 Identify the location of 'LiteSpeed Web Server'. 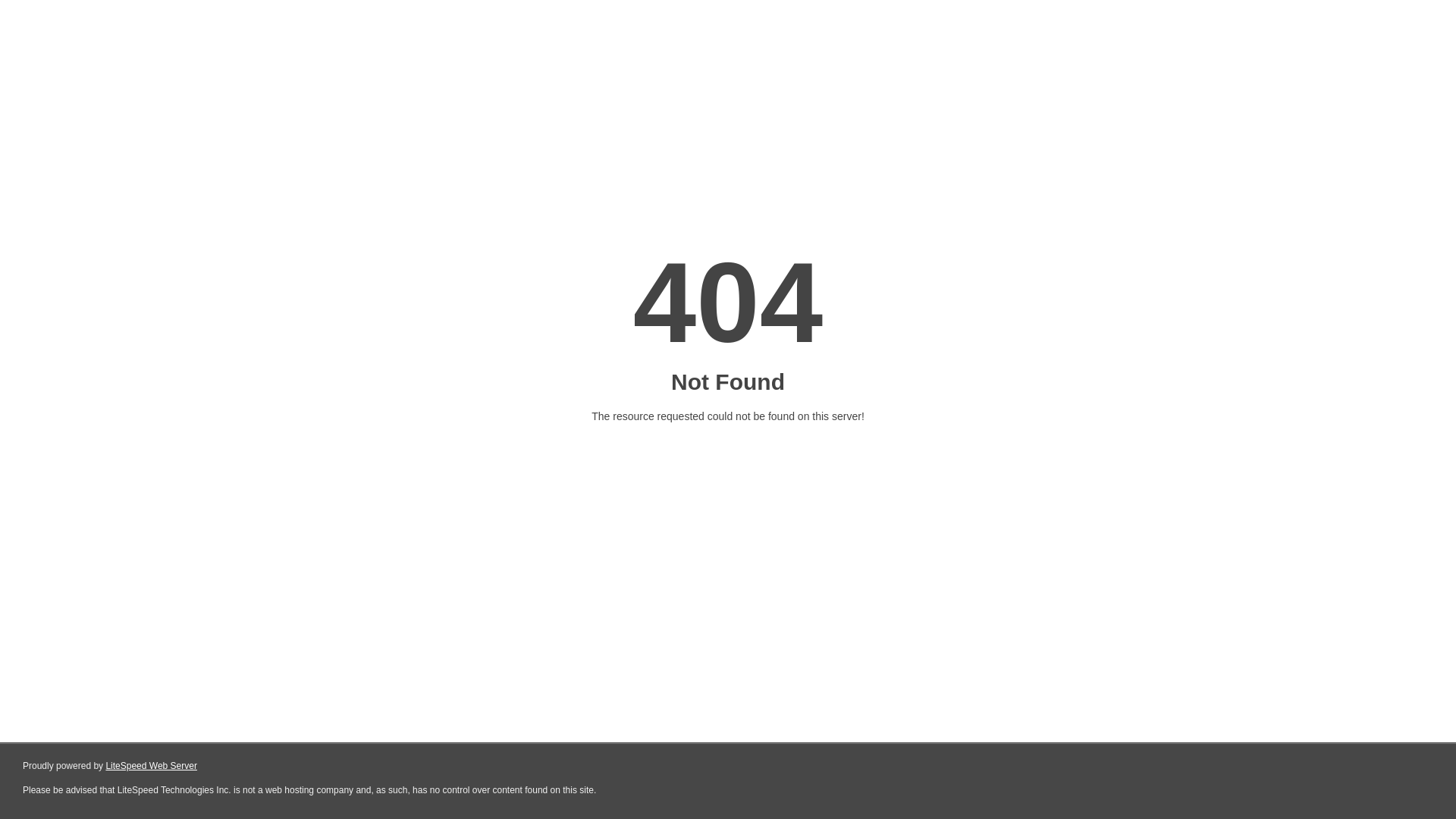
(151, 766).